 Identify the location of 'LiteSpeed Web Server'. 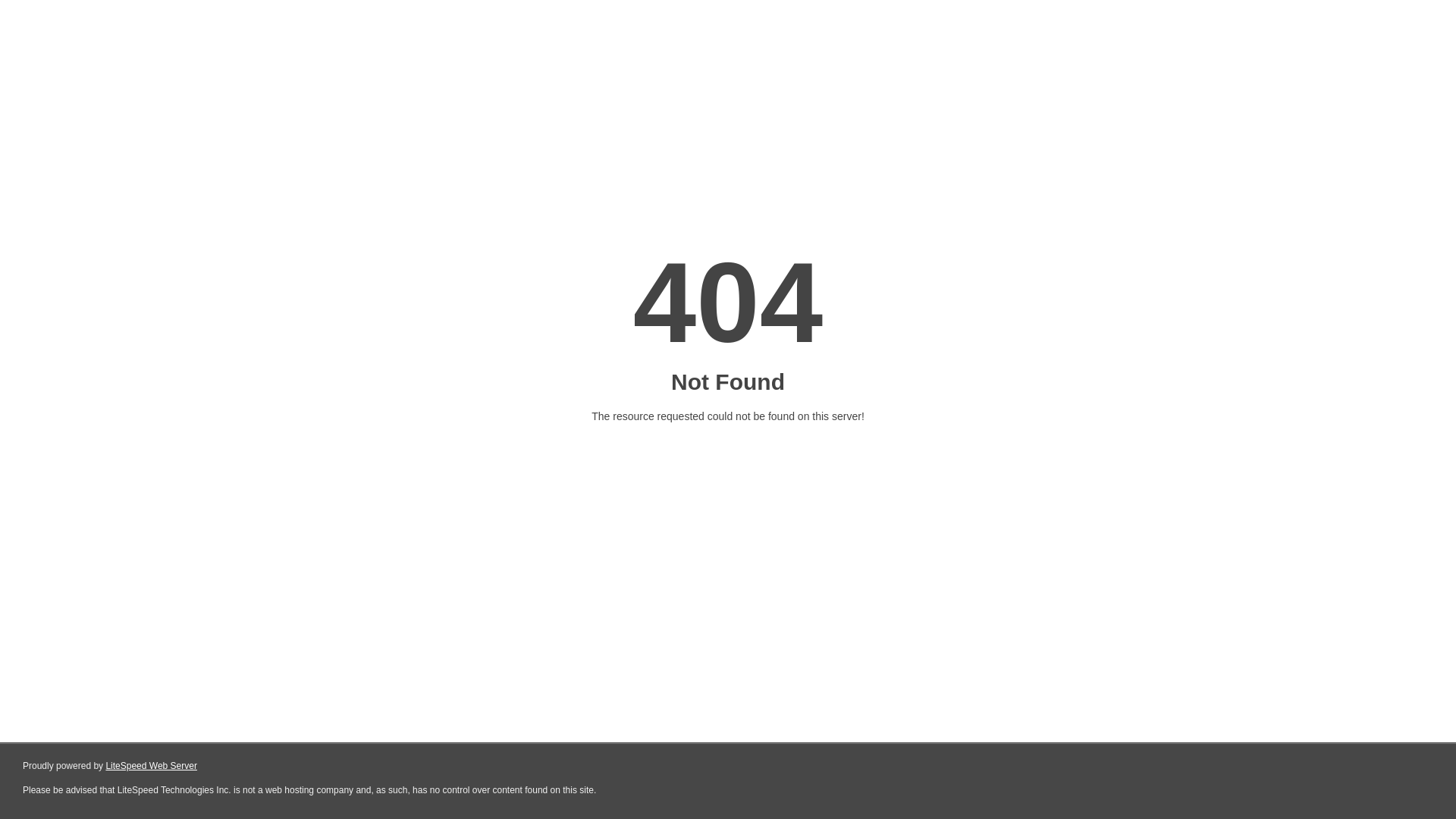
(151, 766).